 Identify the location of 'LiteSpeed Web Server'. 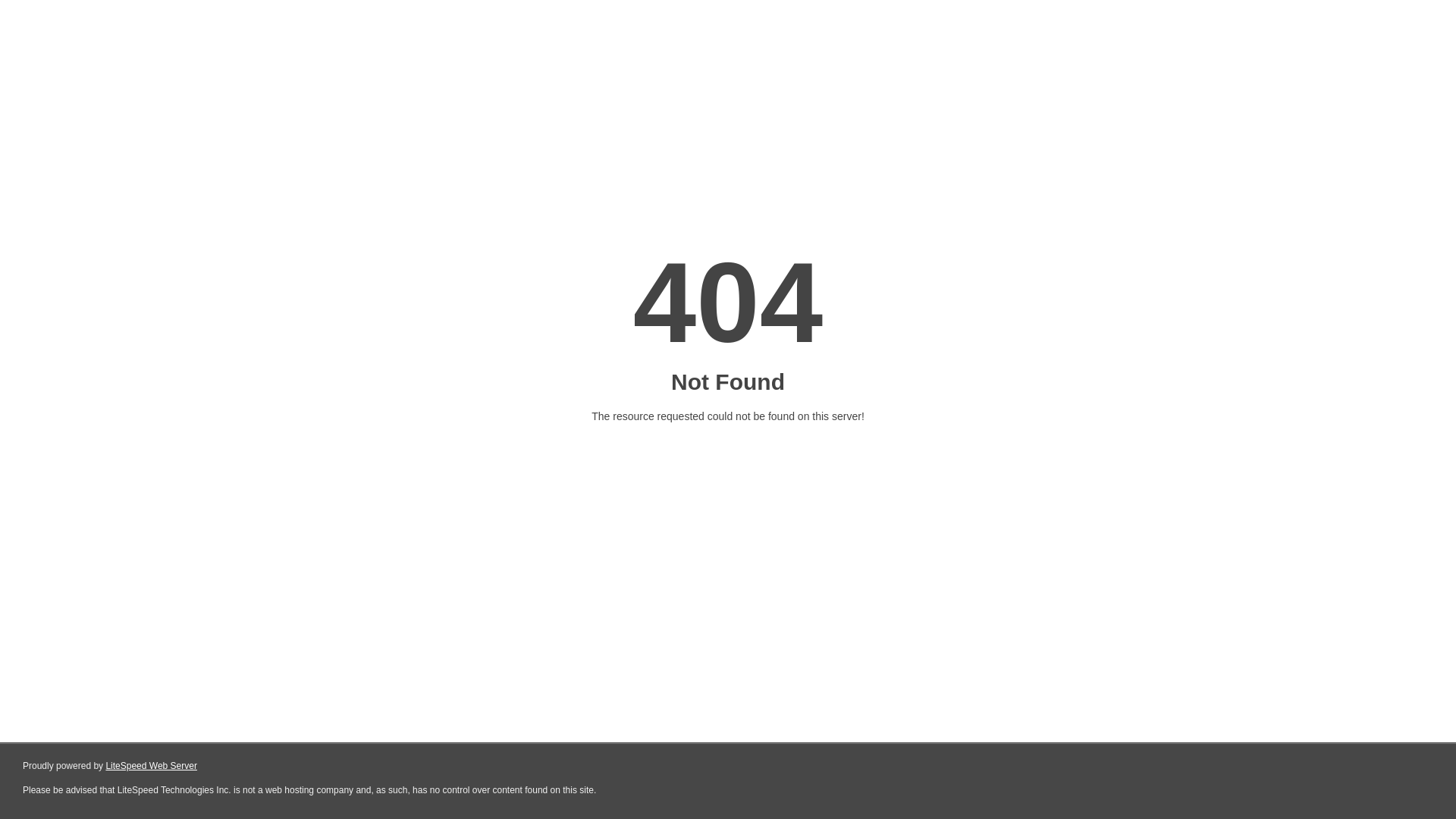
(151, 766).